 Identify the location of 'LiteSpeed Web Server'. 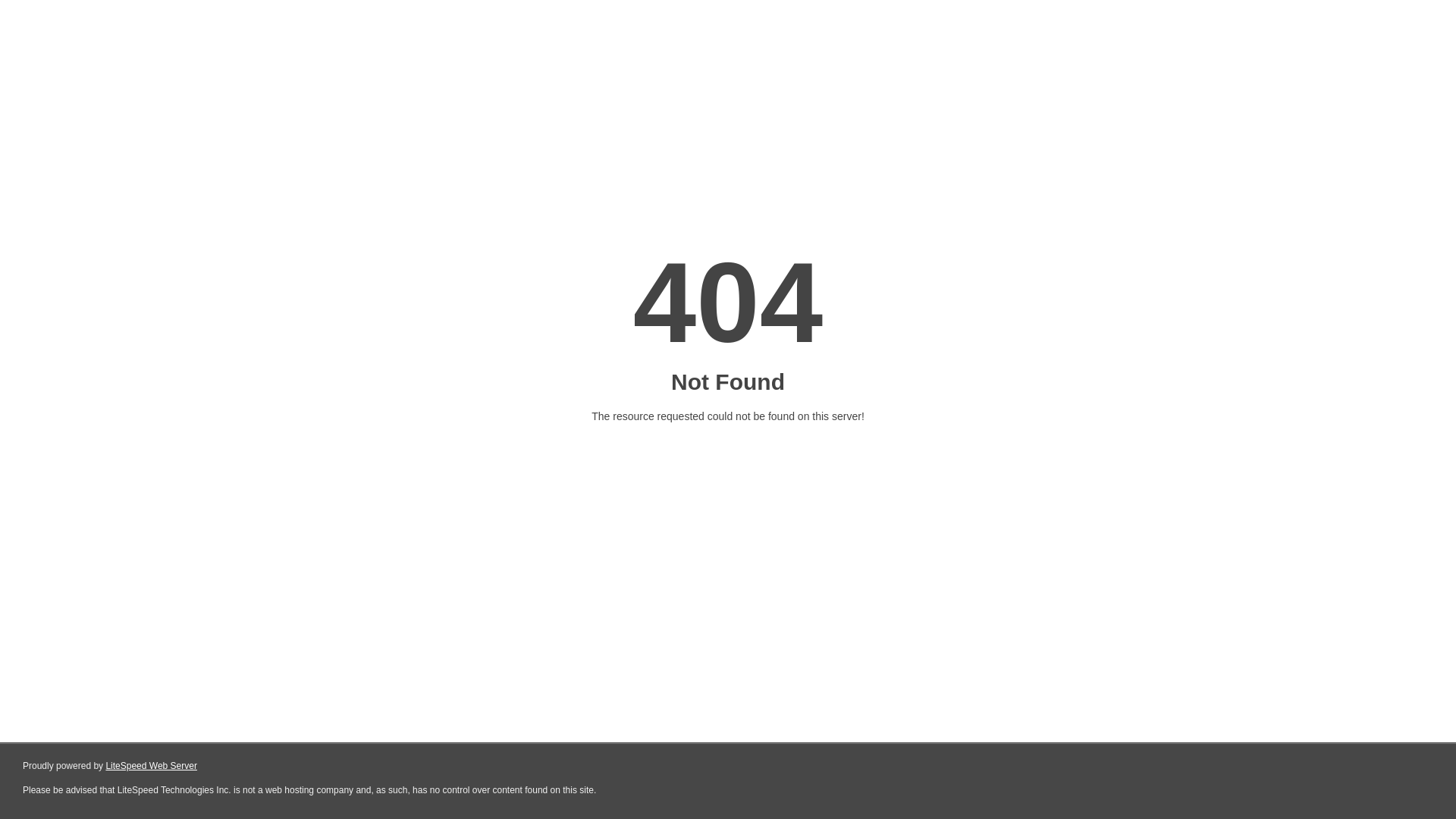
(151, 766).